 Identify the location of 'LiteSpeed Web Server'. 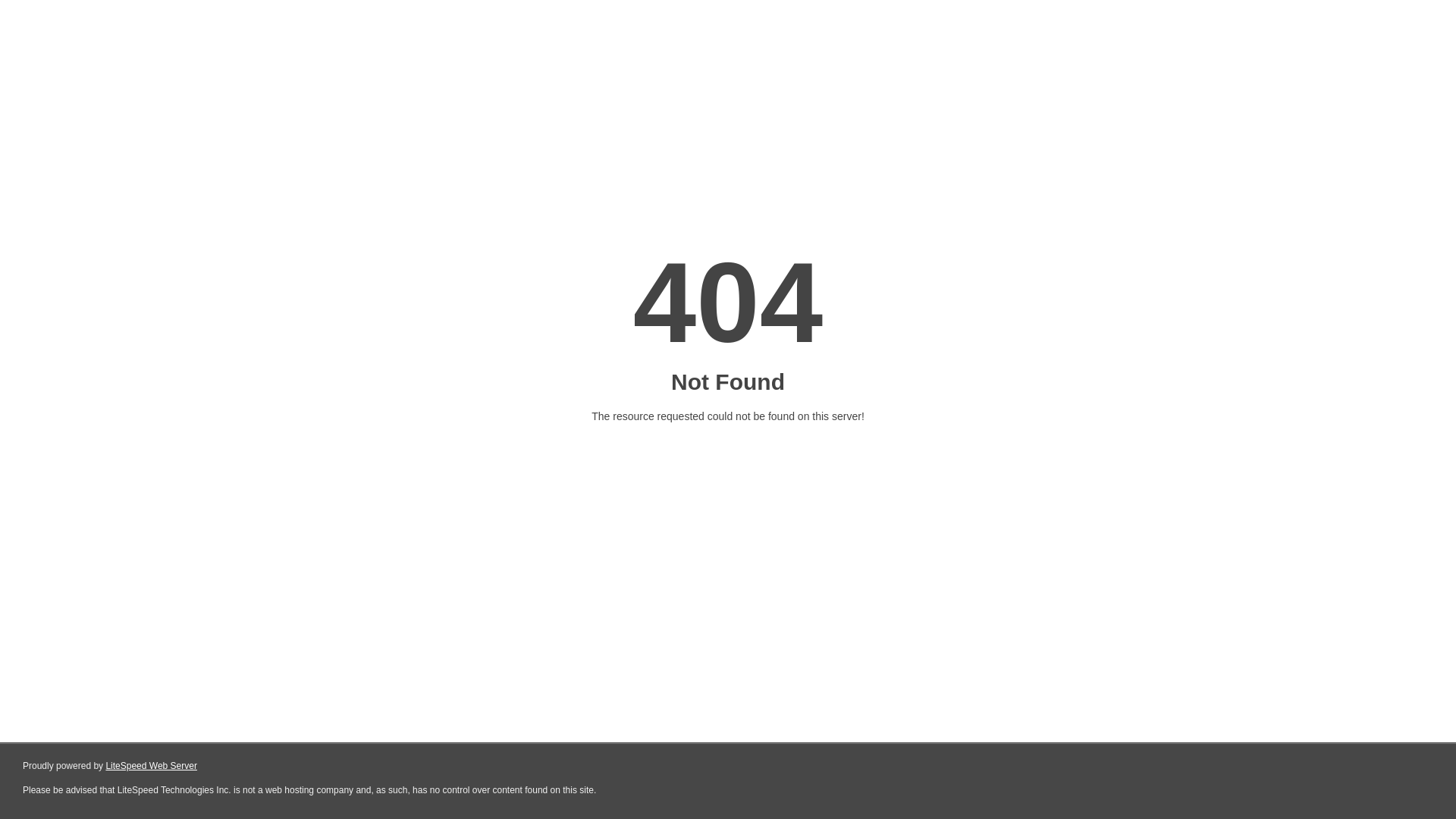
(151, 766).